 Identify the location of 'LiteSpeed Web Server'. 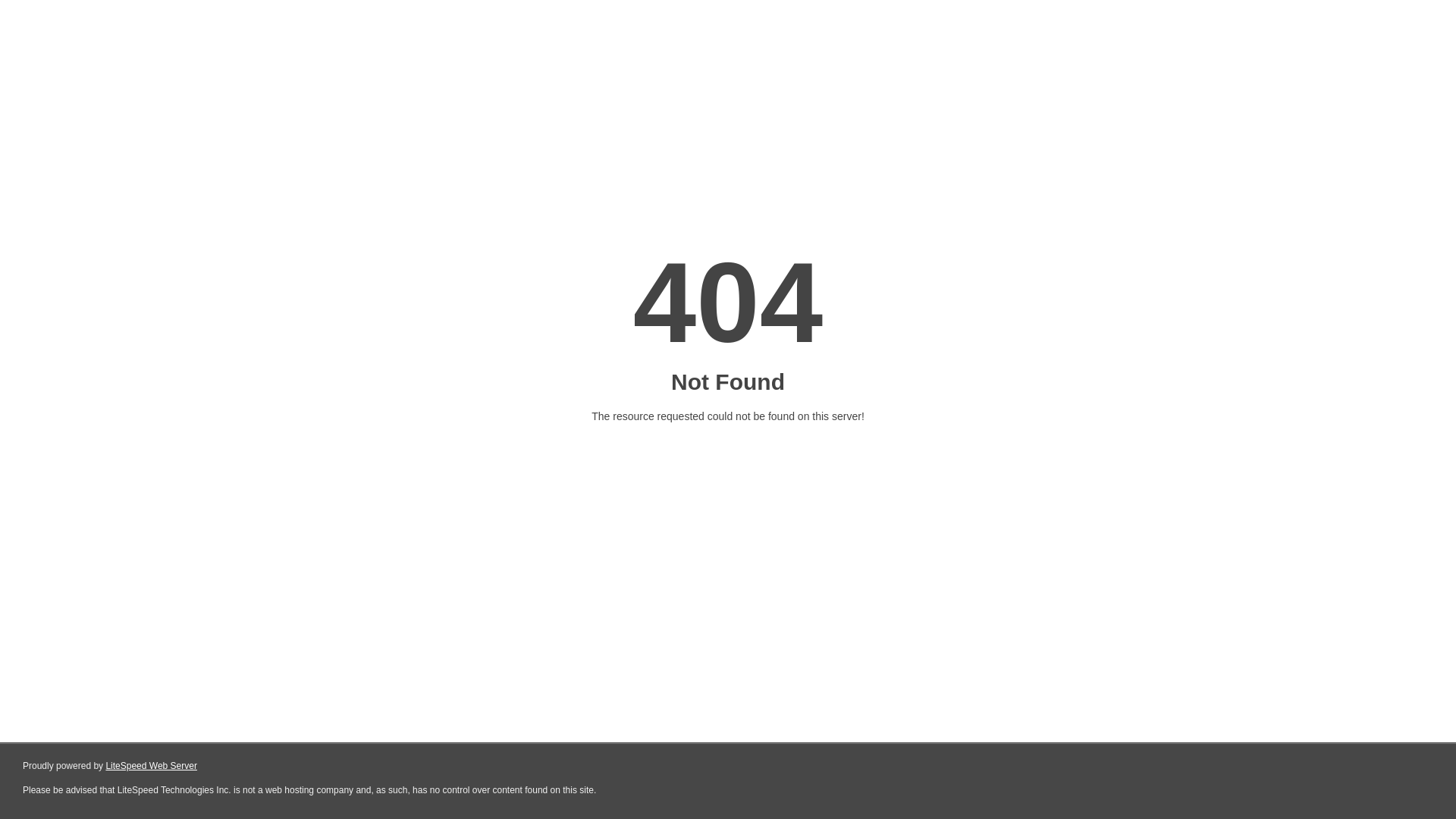
(151, 766).